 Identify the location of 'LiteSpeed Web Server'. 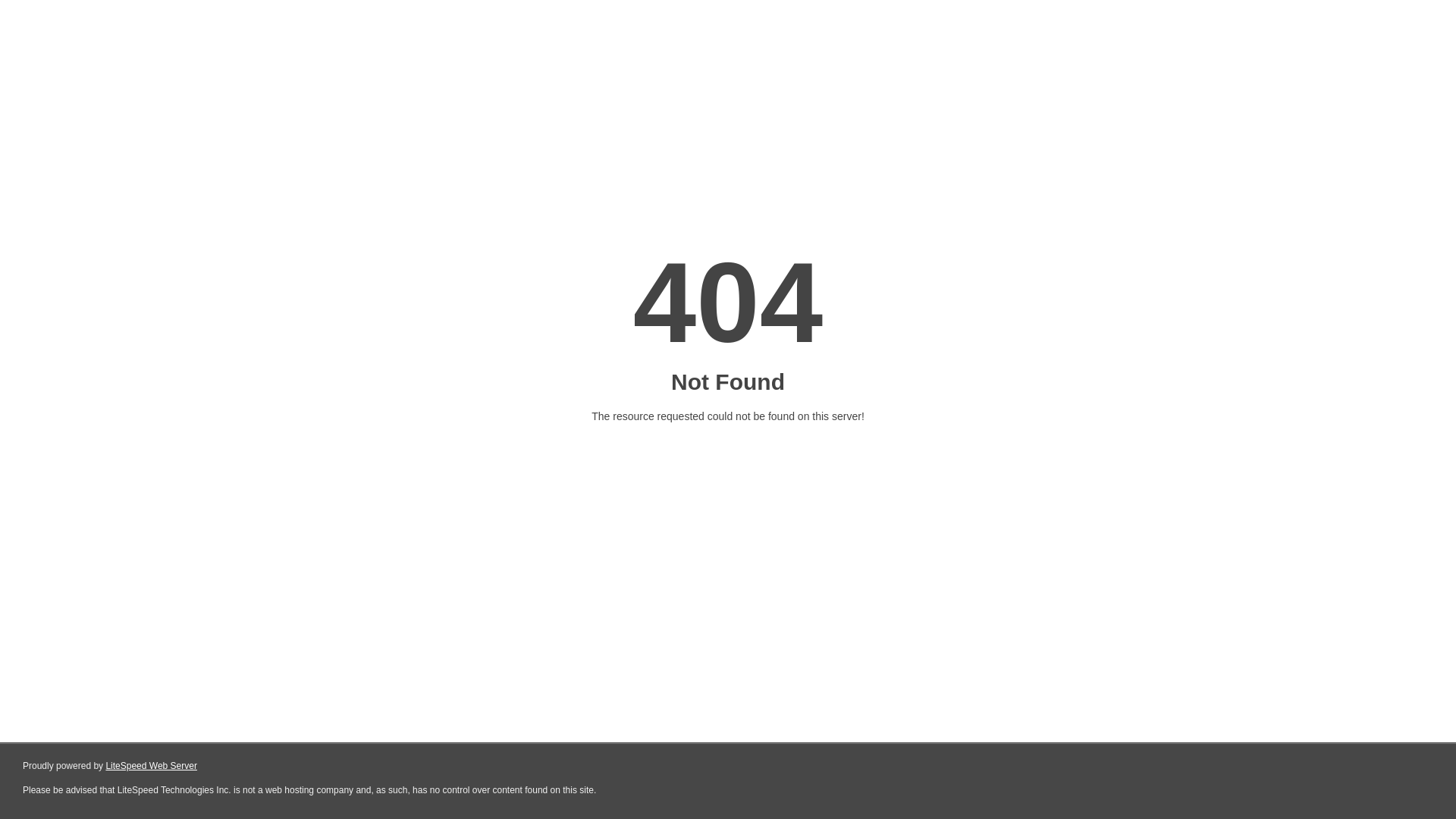
(151, 766).